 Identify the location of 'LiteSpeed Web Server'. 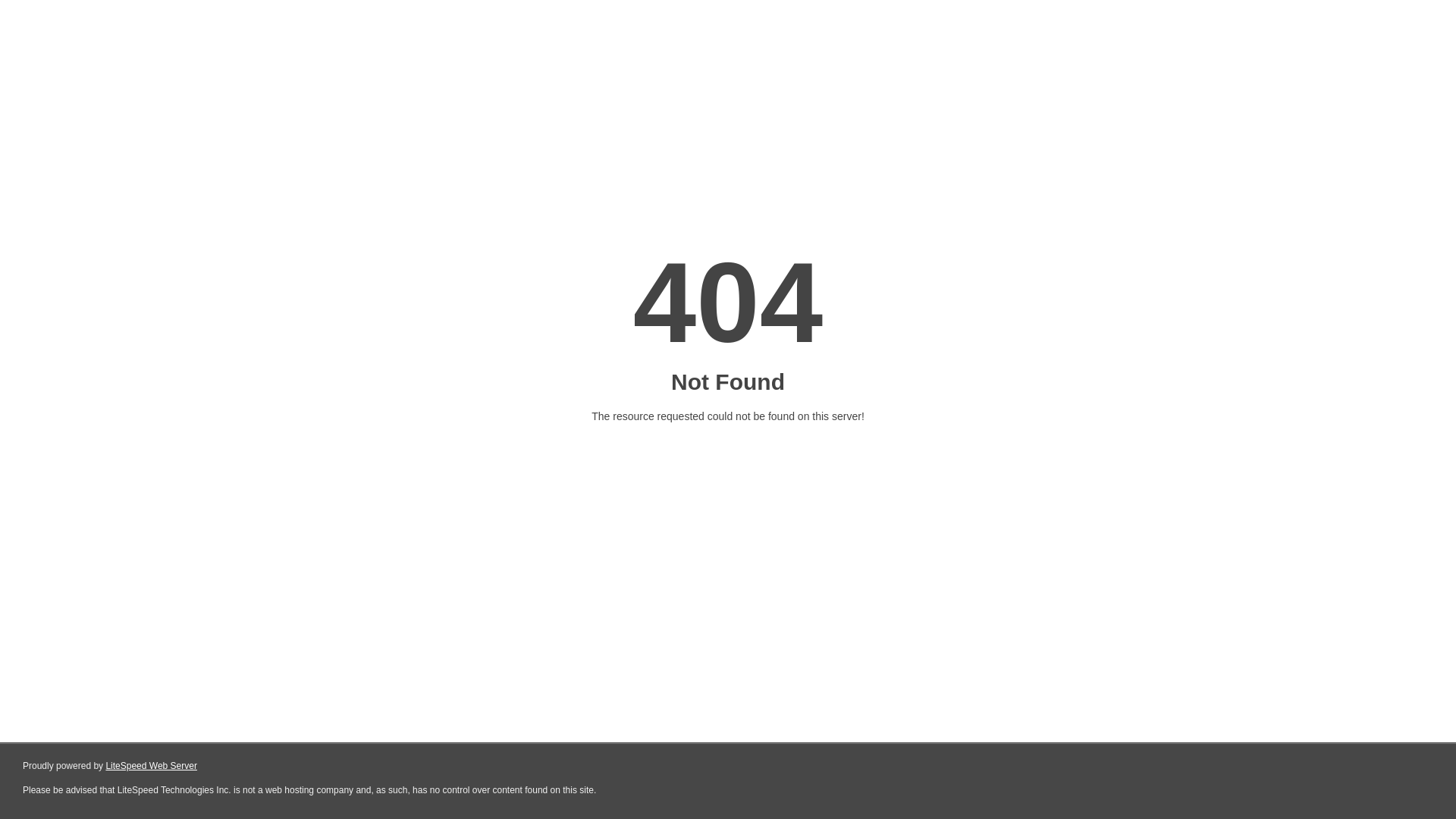
(151, 766).